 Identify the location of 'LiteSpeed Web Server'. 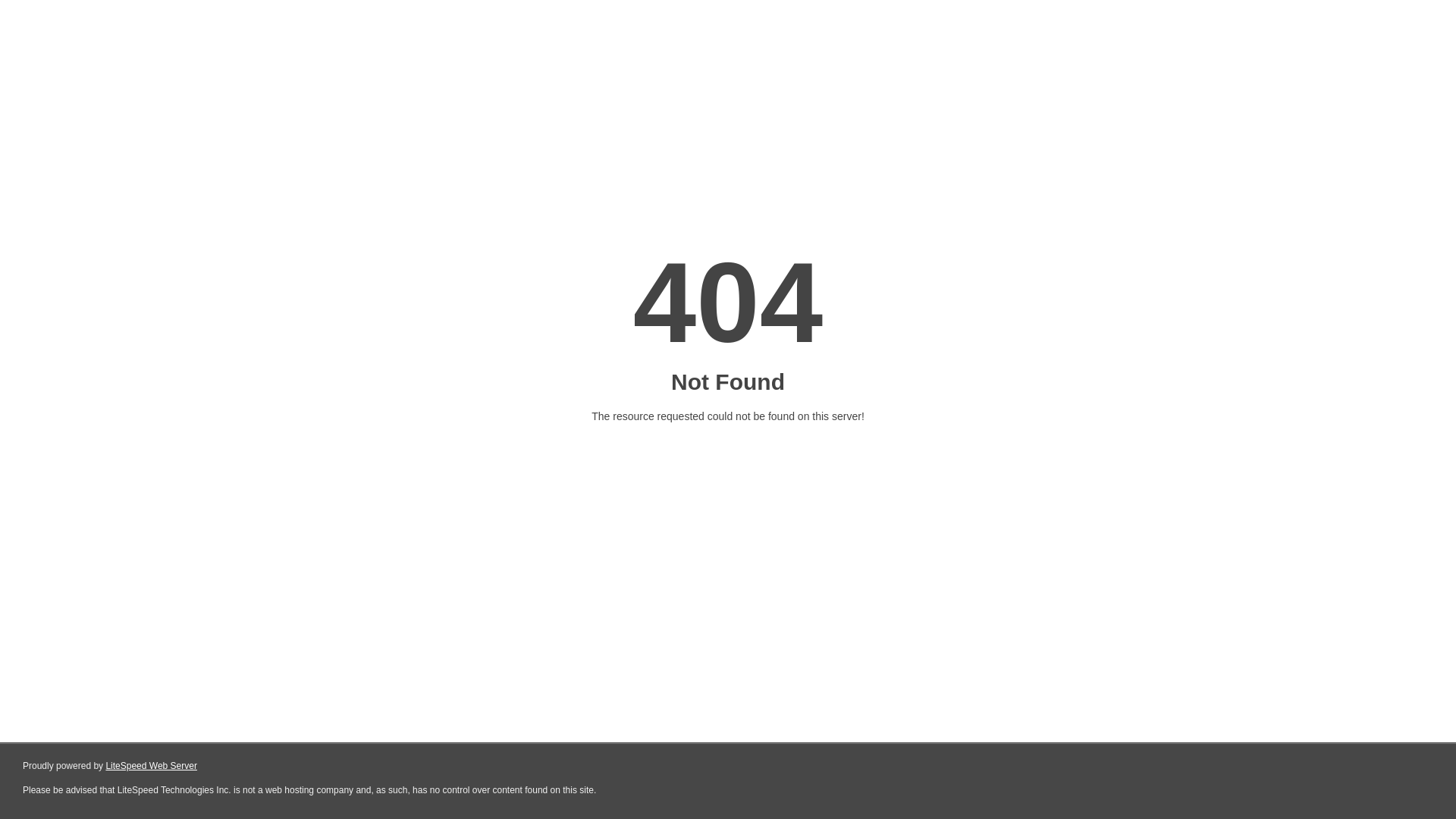
(151, 766).